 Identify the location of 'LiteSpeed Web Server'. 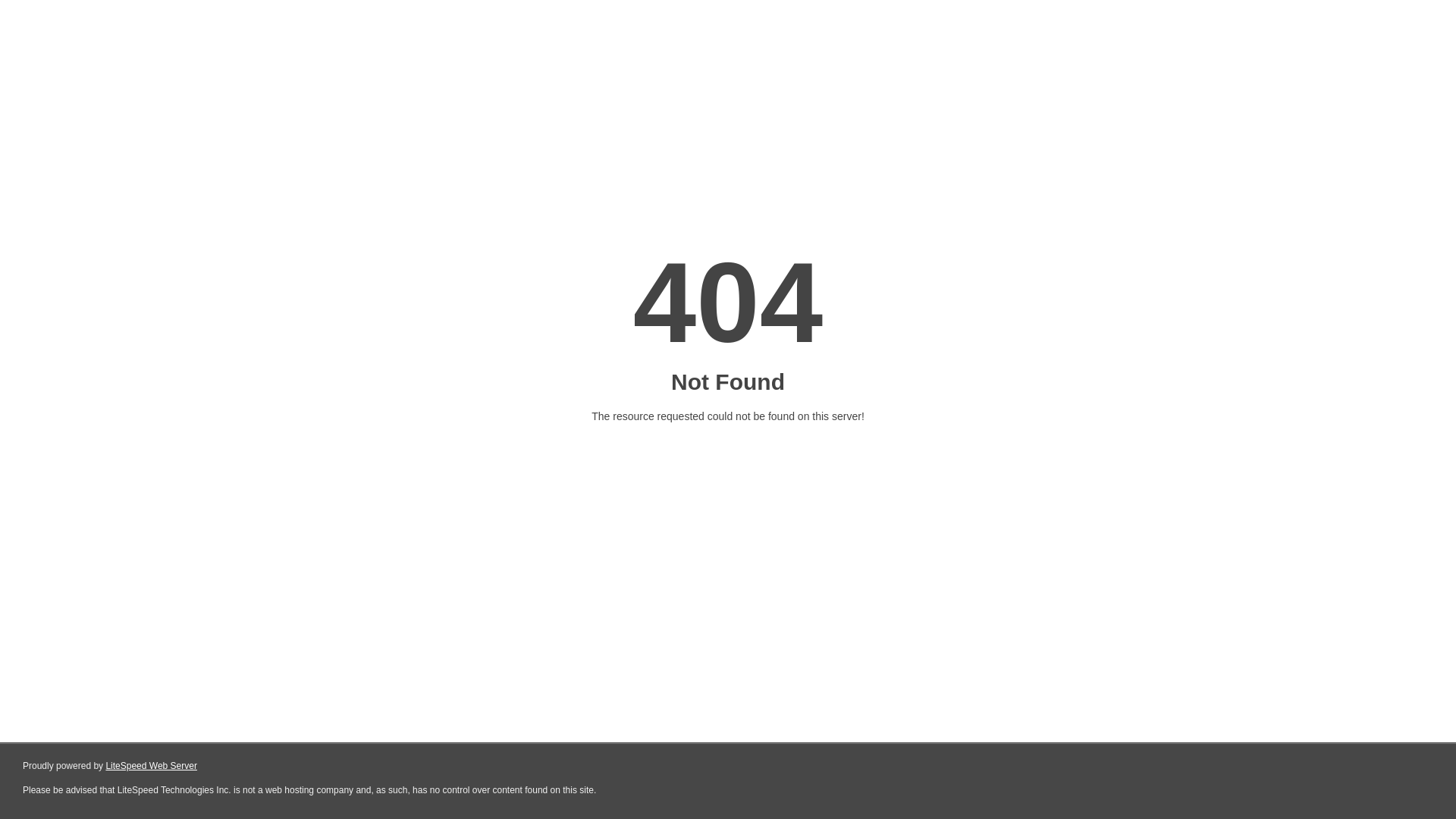
(151, 766).